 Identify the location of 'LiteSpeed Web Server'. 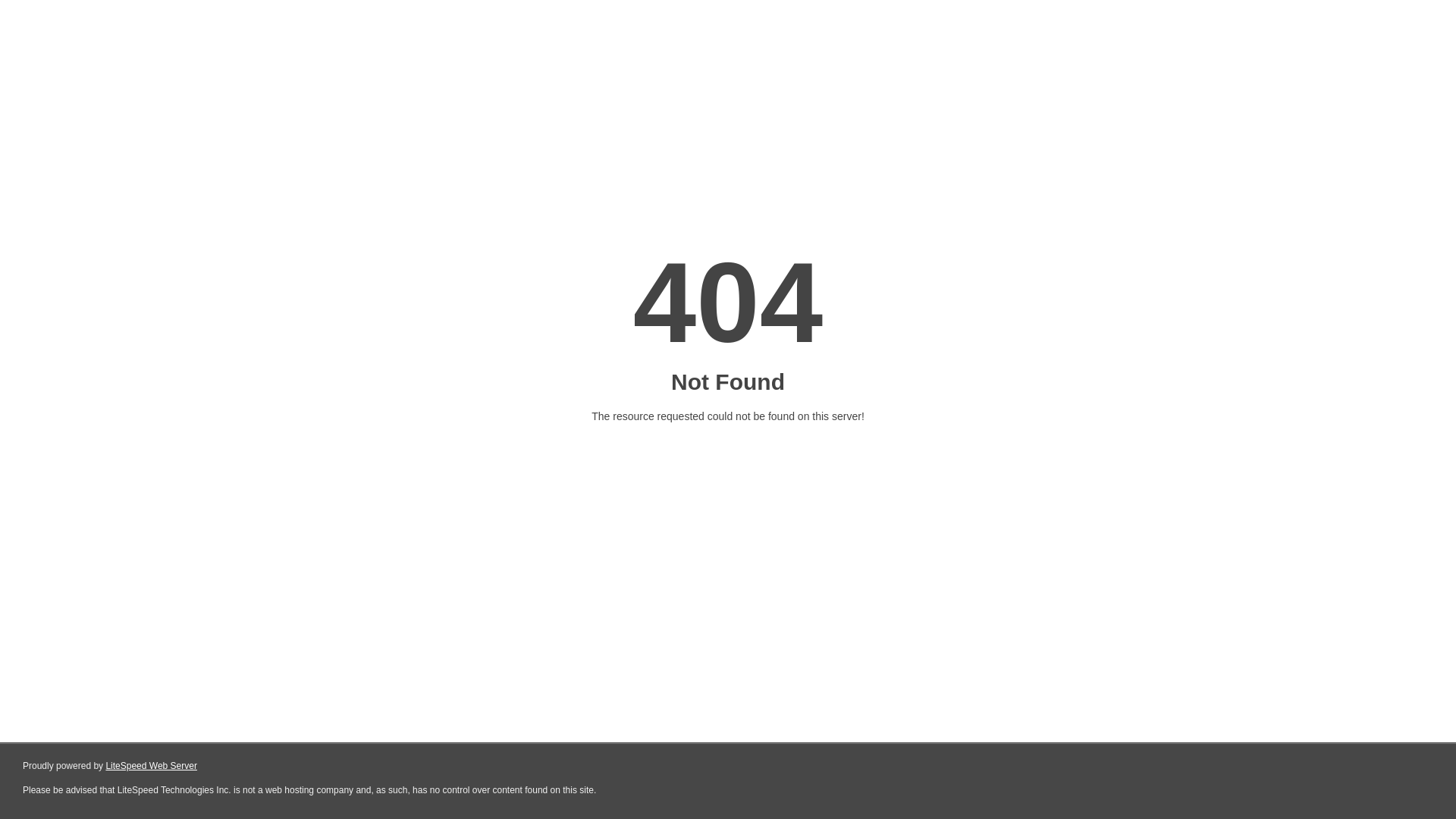
(151, 766).